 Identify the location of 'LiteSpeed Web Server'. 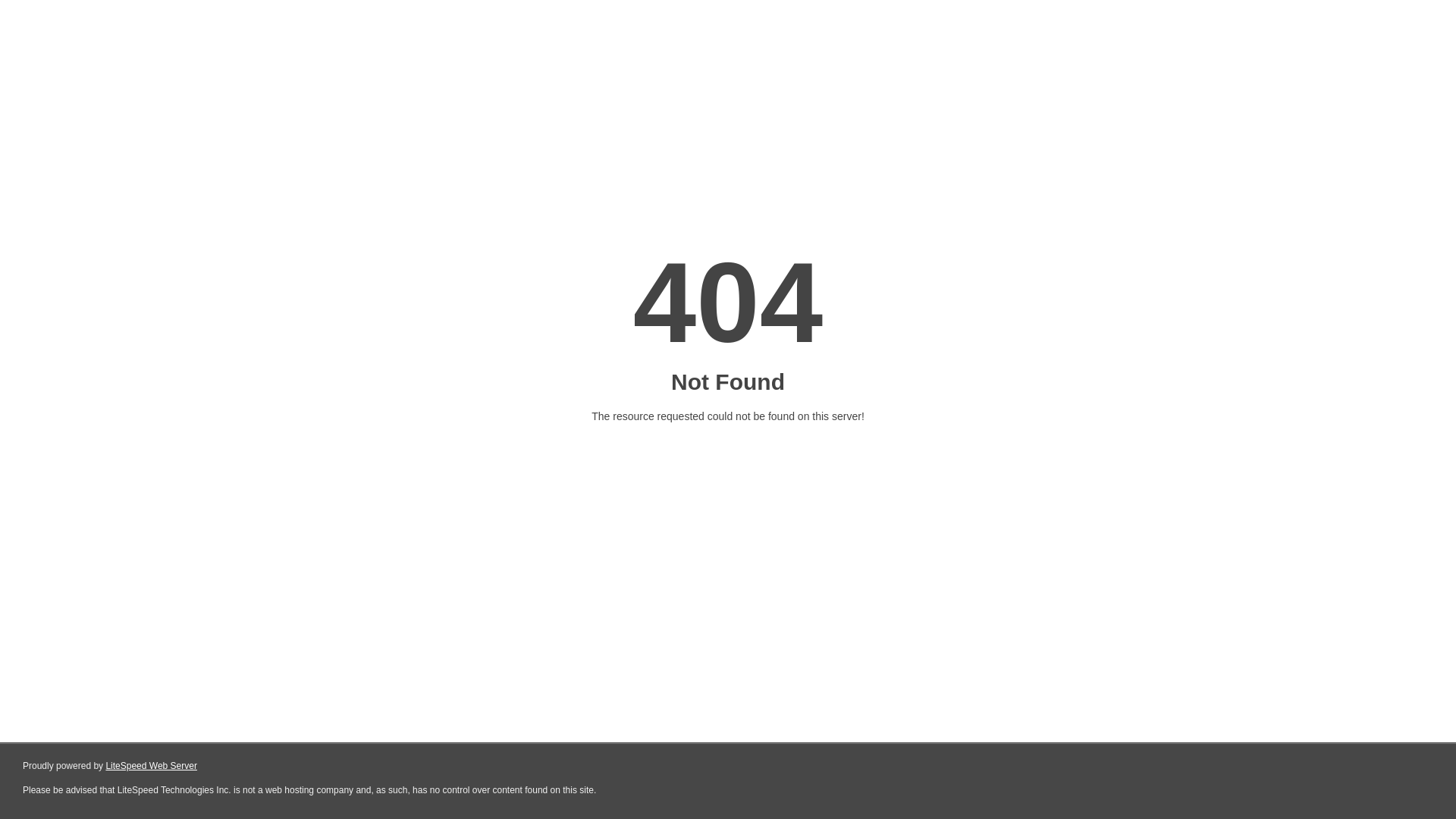
(151, 766).